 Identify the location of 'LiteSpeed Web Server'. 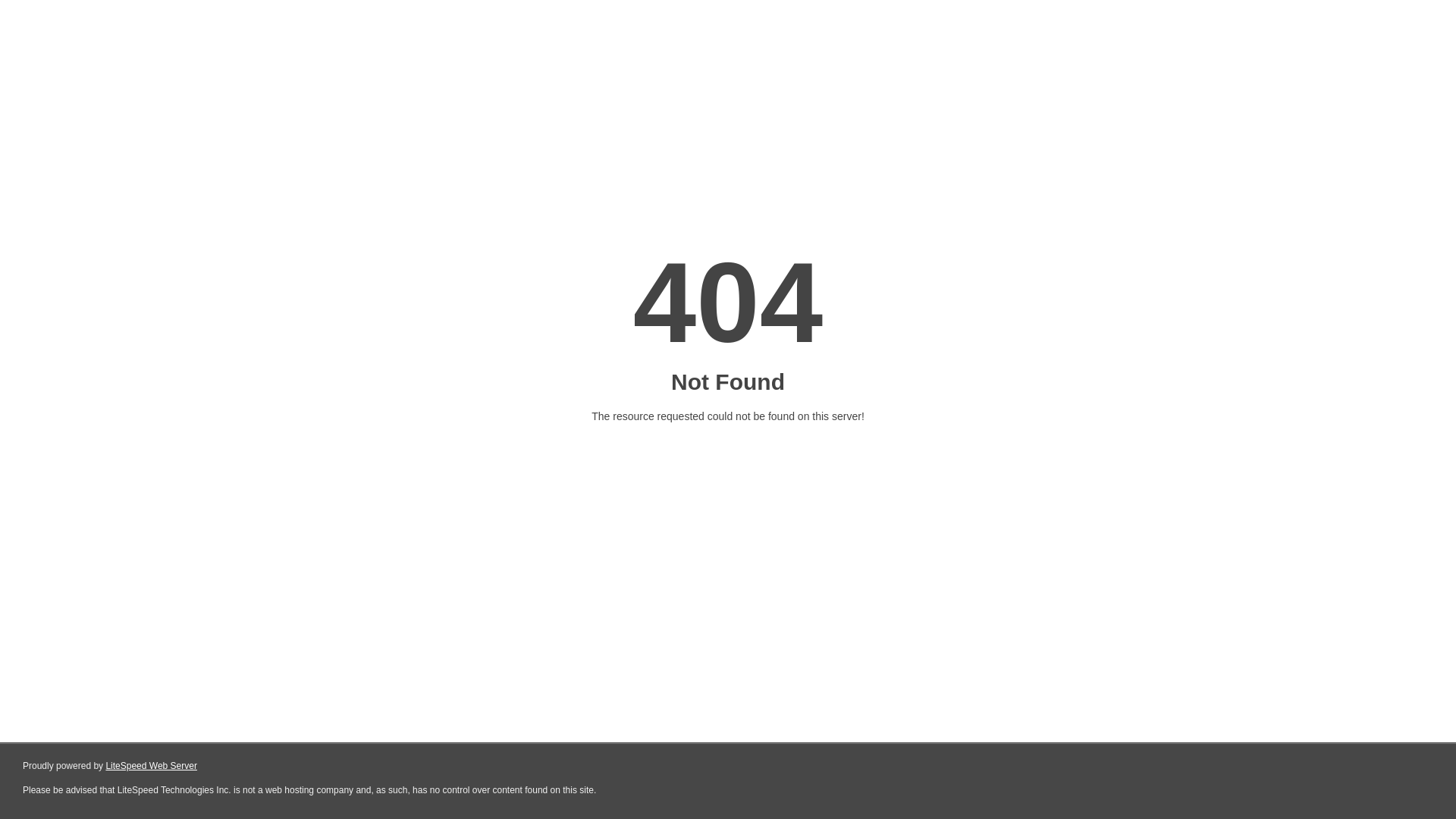
(151, 766).